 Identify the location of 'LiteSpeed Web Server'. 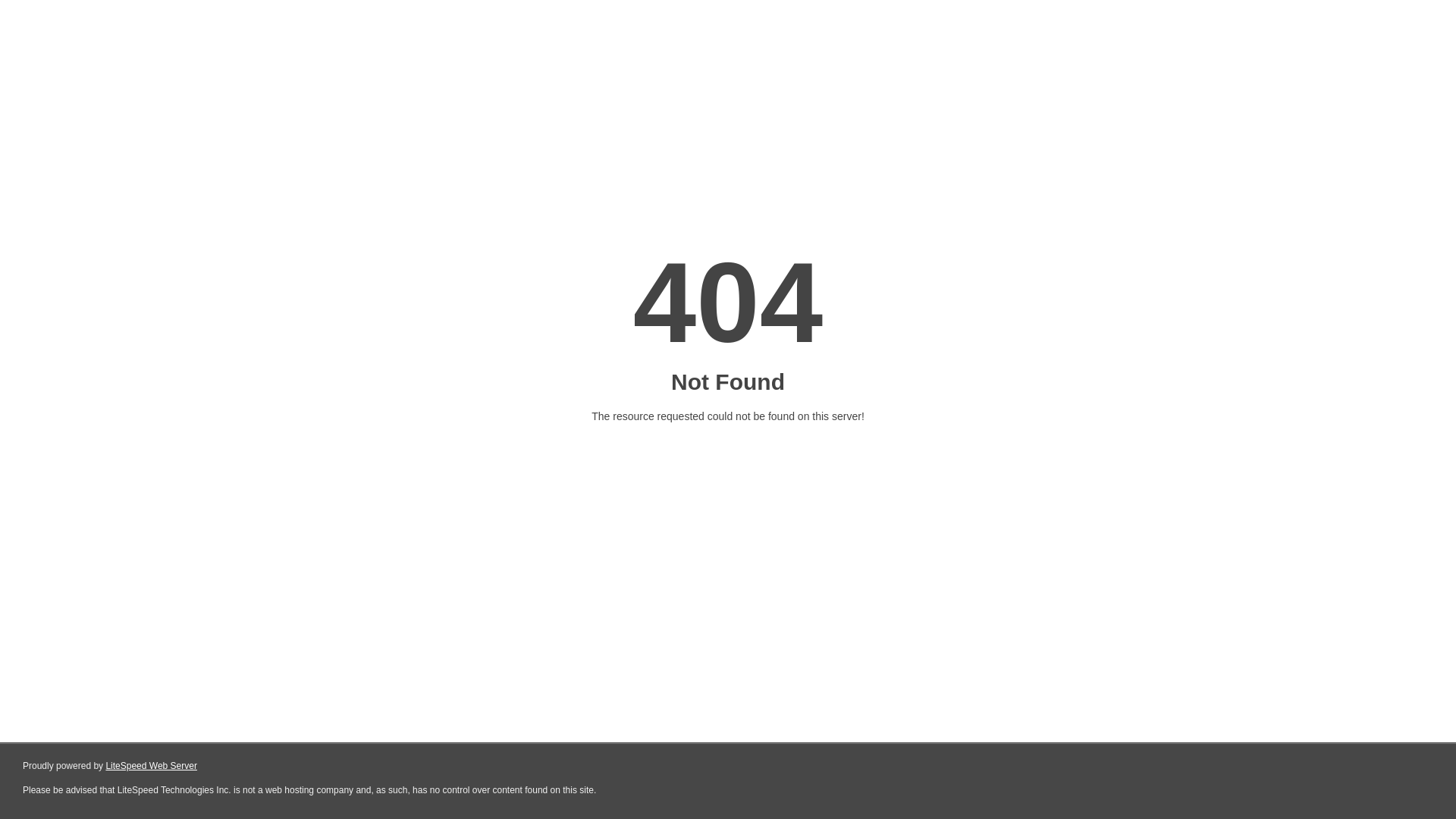
(151, 766).